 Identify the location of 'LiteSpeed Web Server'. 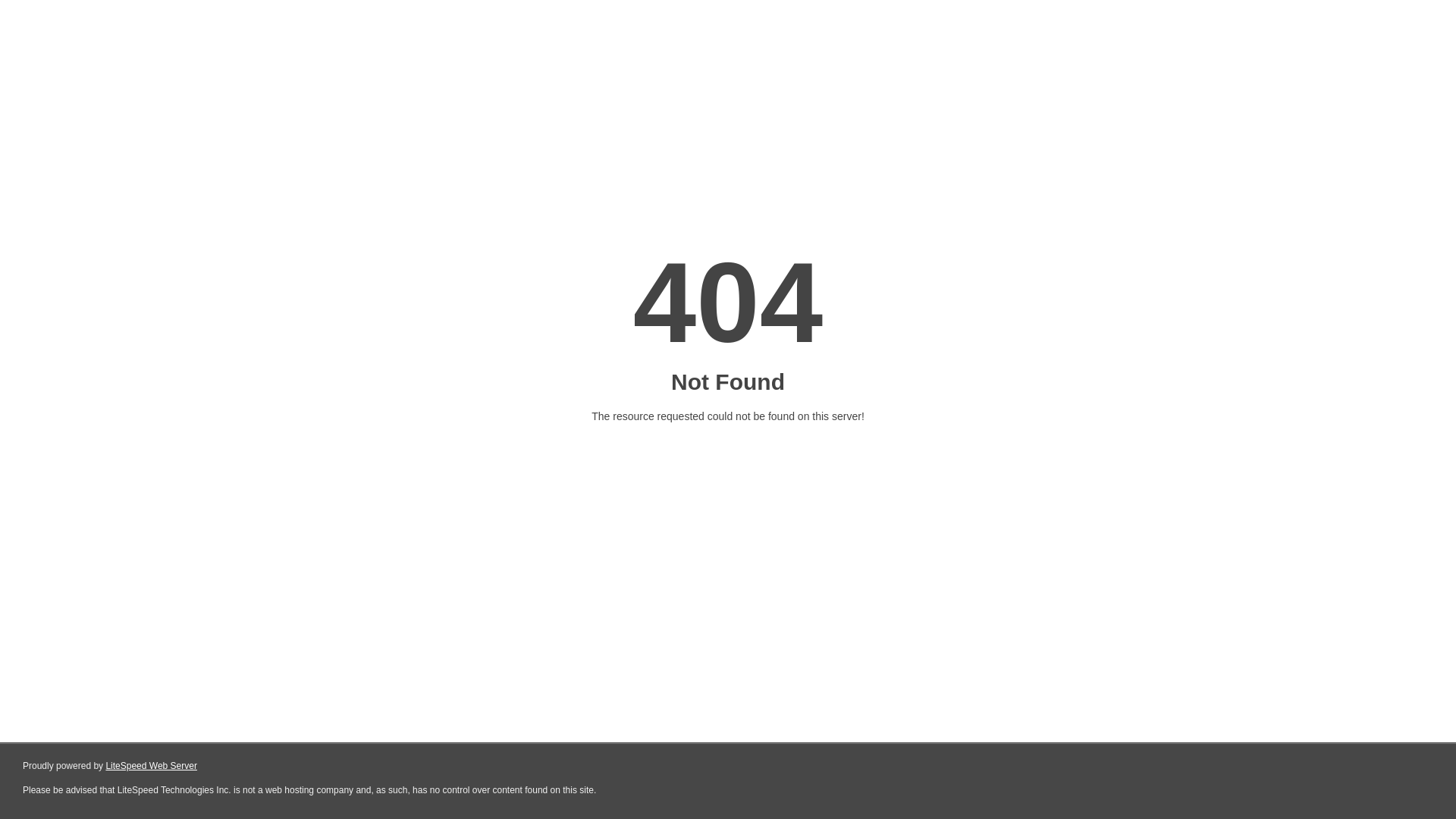
(151, 766).